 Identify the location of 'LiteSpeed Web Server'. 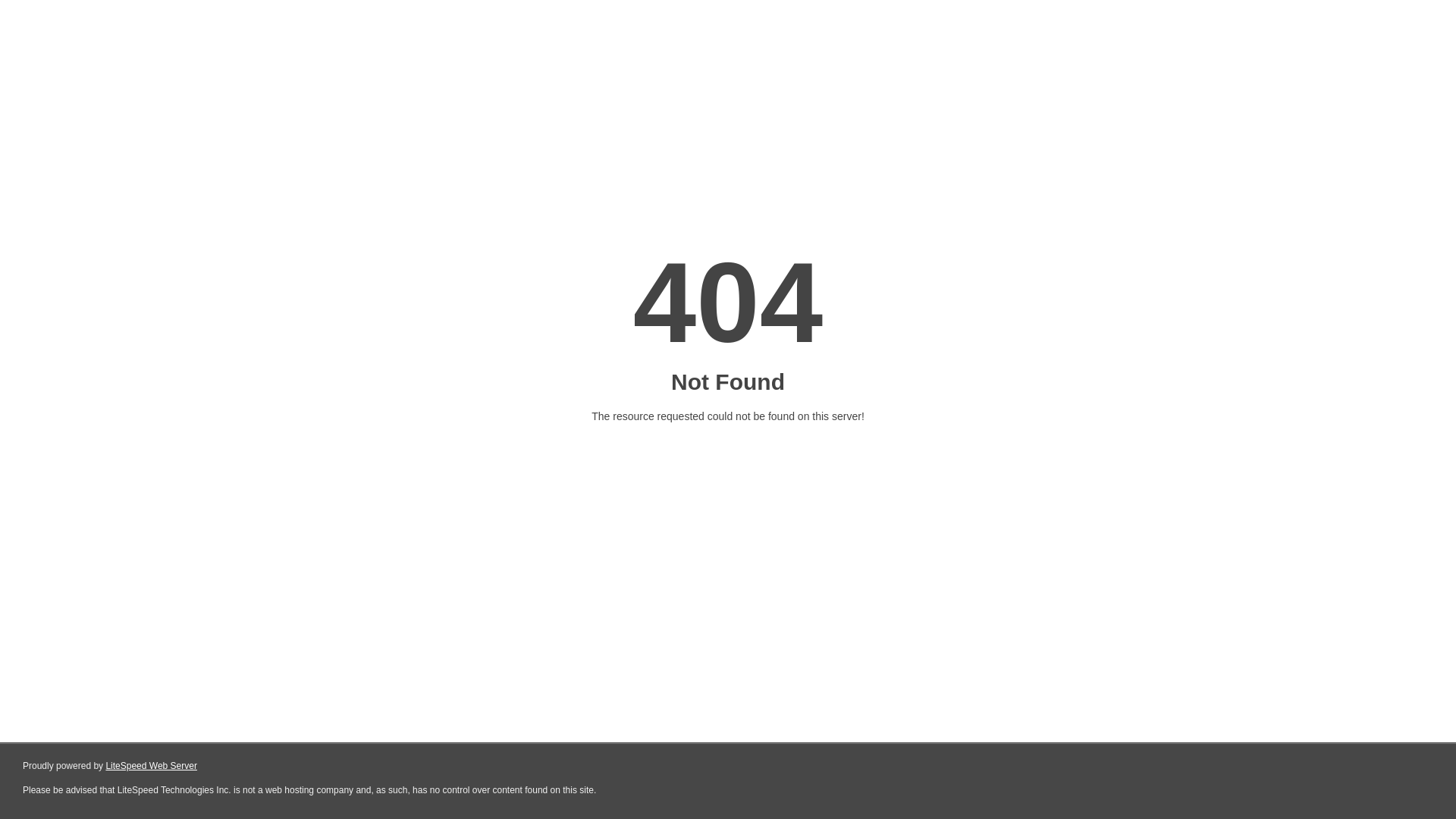
(151, 766).